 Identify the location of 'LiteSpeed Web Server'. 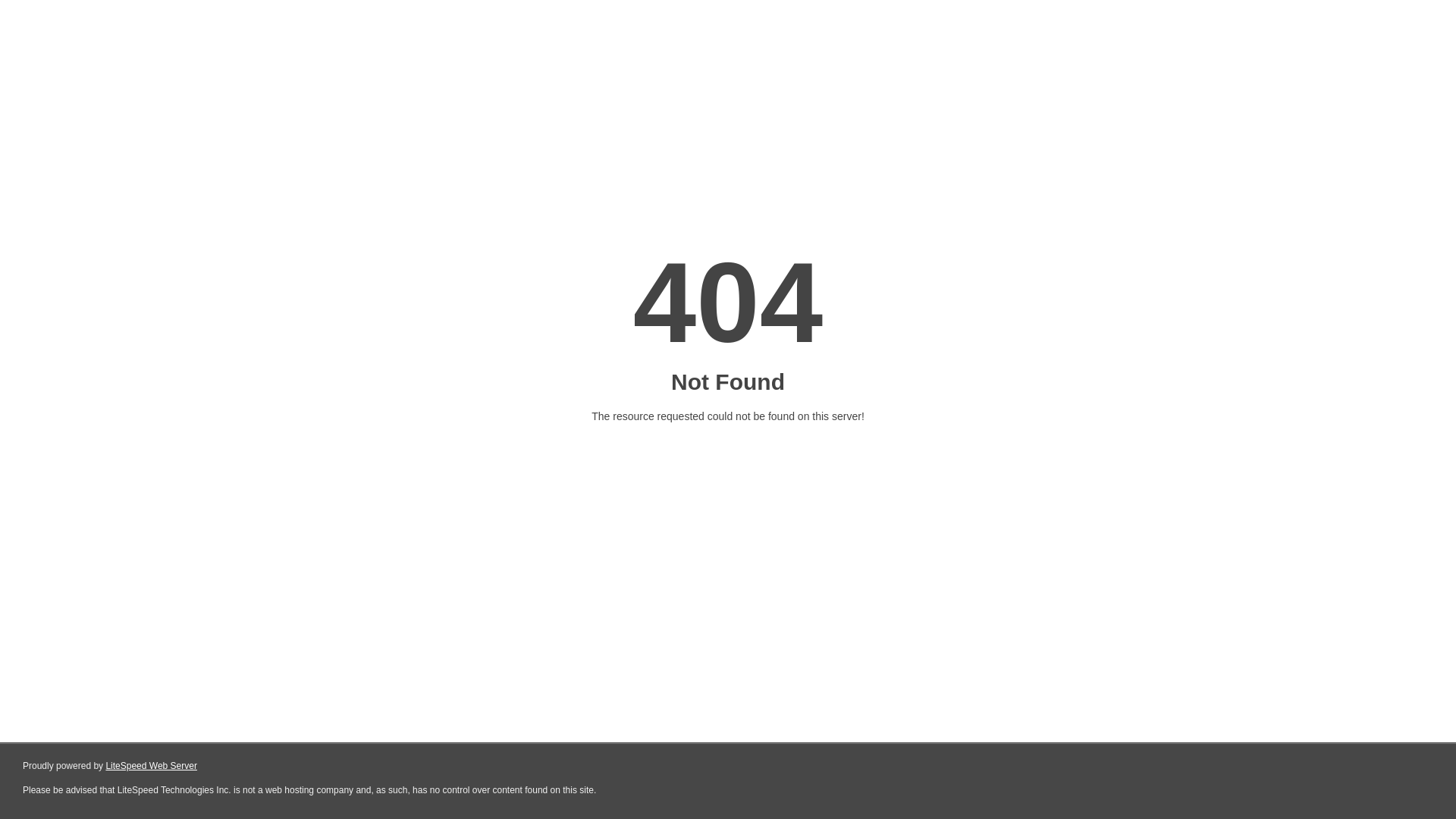
(151, 766).